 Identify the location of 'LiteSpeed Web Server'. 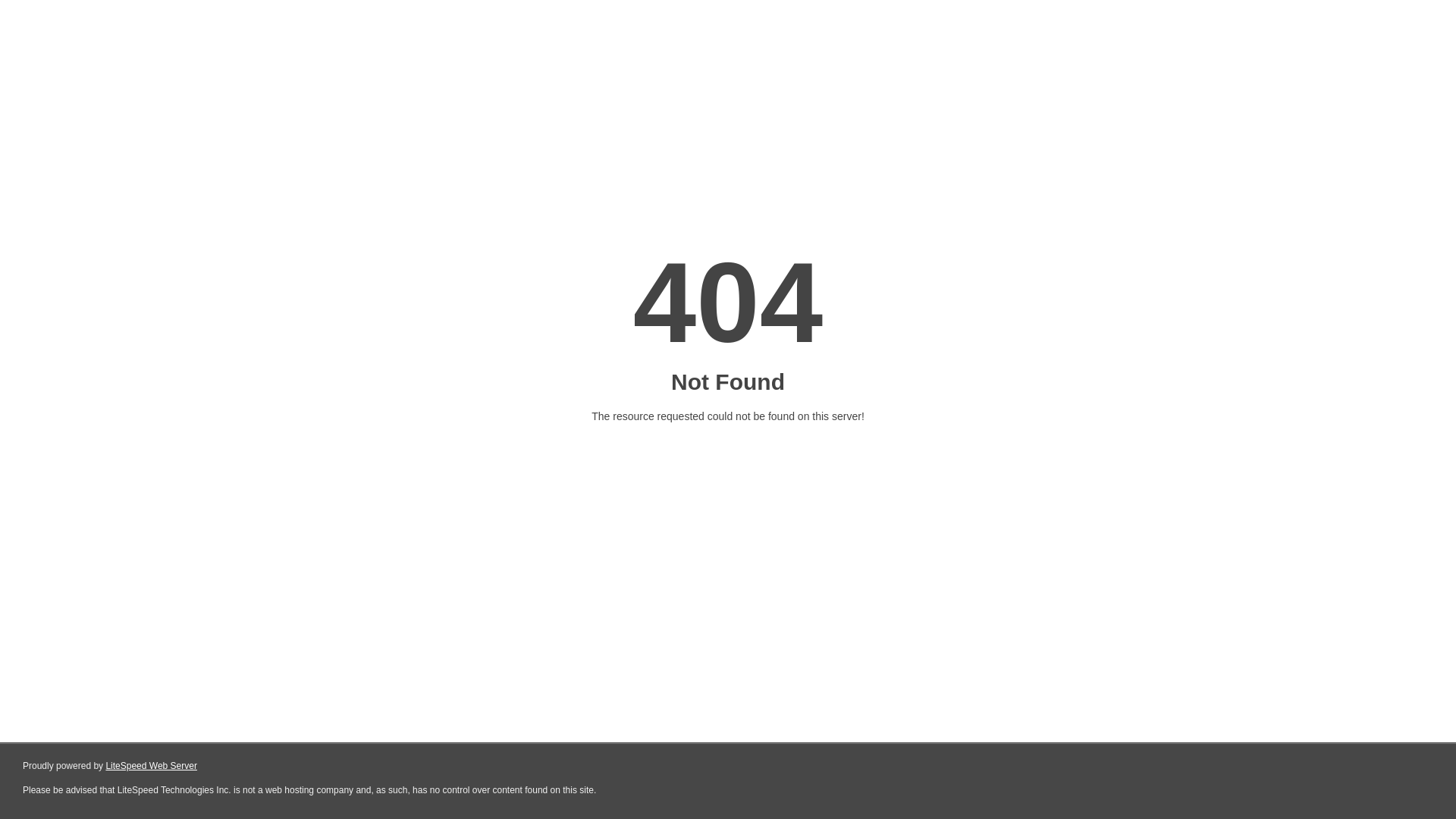
(151, 766).